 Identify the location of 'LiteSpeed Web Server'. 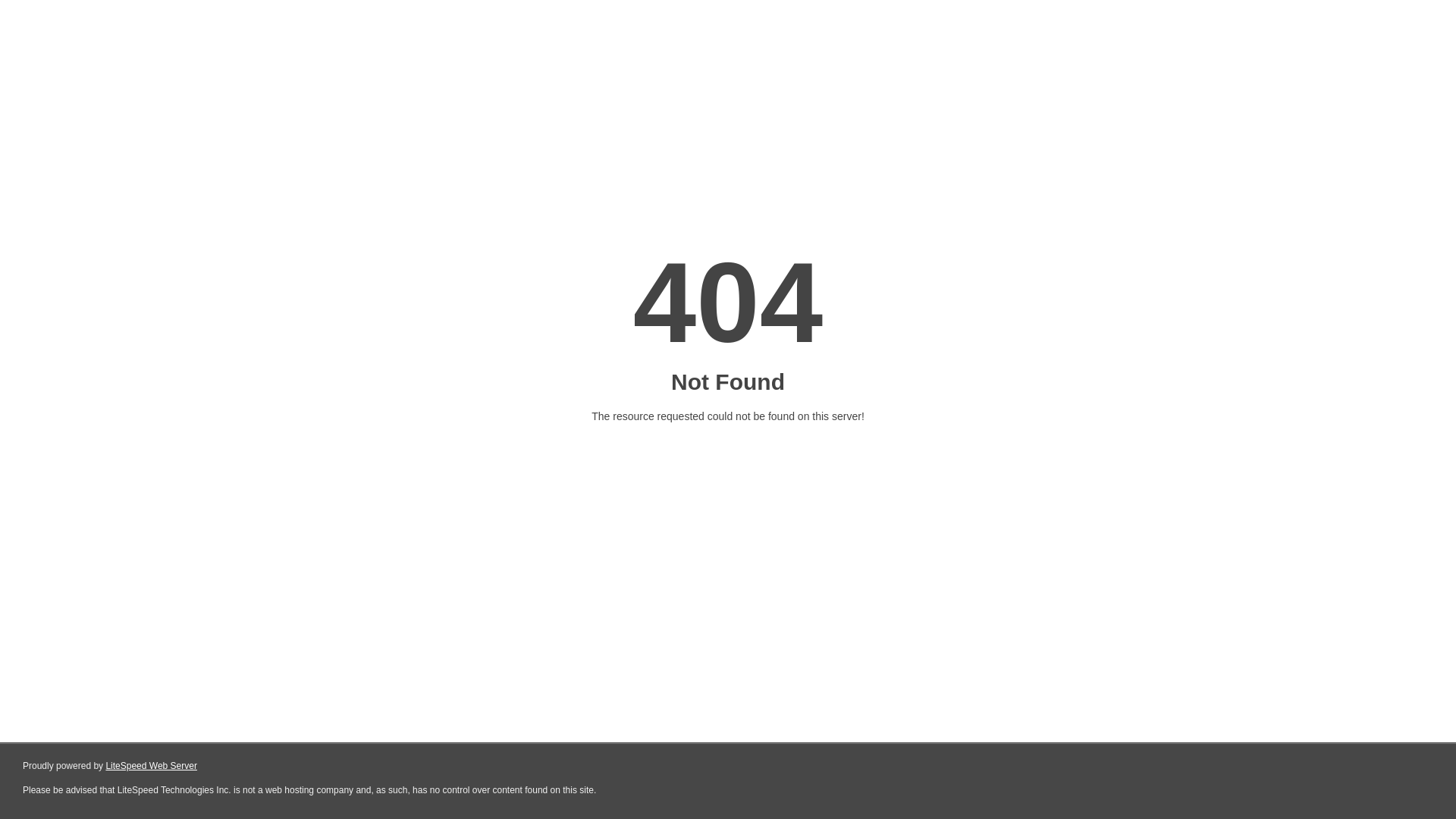
(151, 766).